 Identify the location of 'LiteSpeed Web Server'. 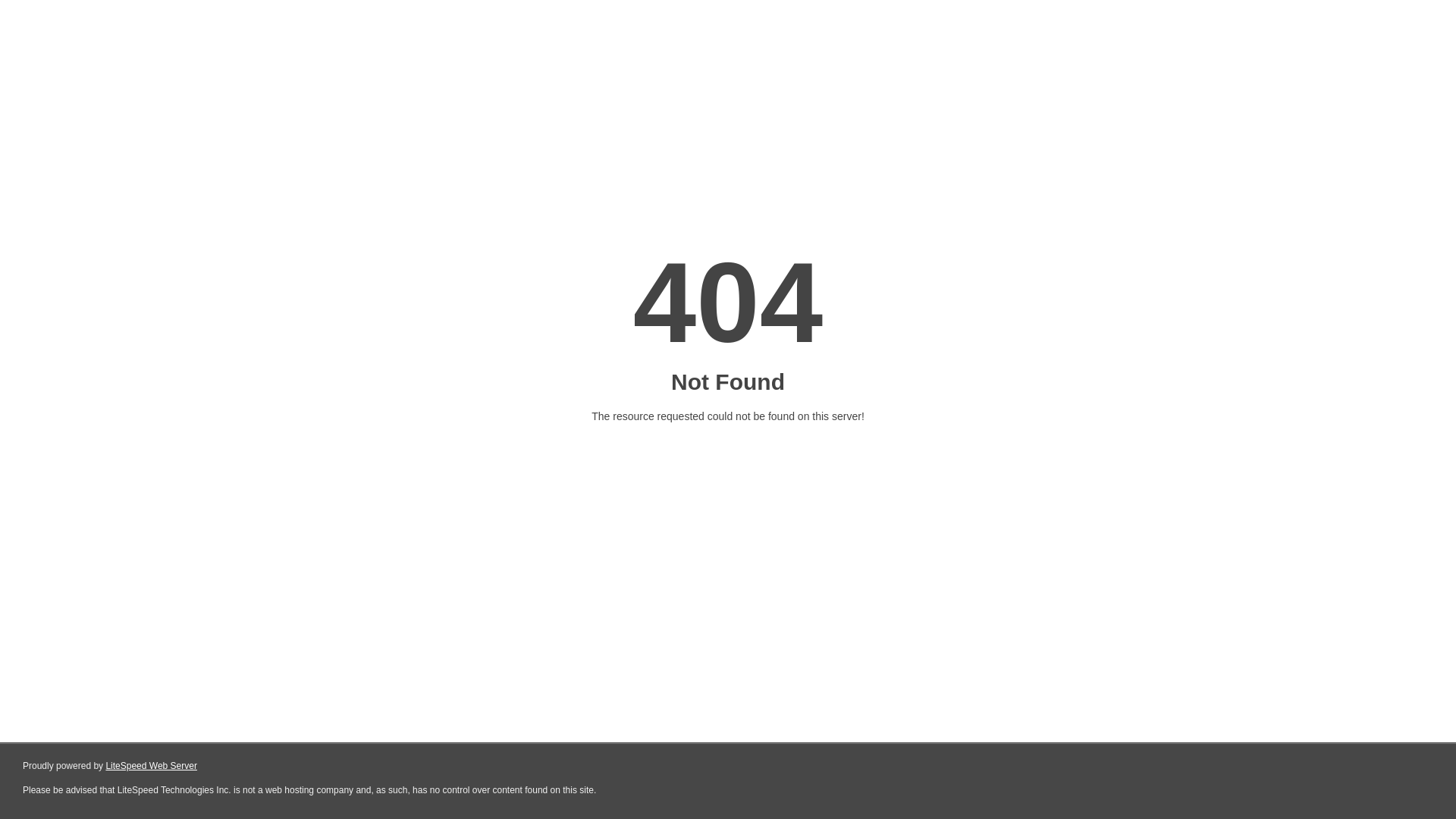
(151, 766).